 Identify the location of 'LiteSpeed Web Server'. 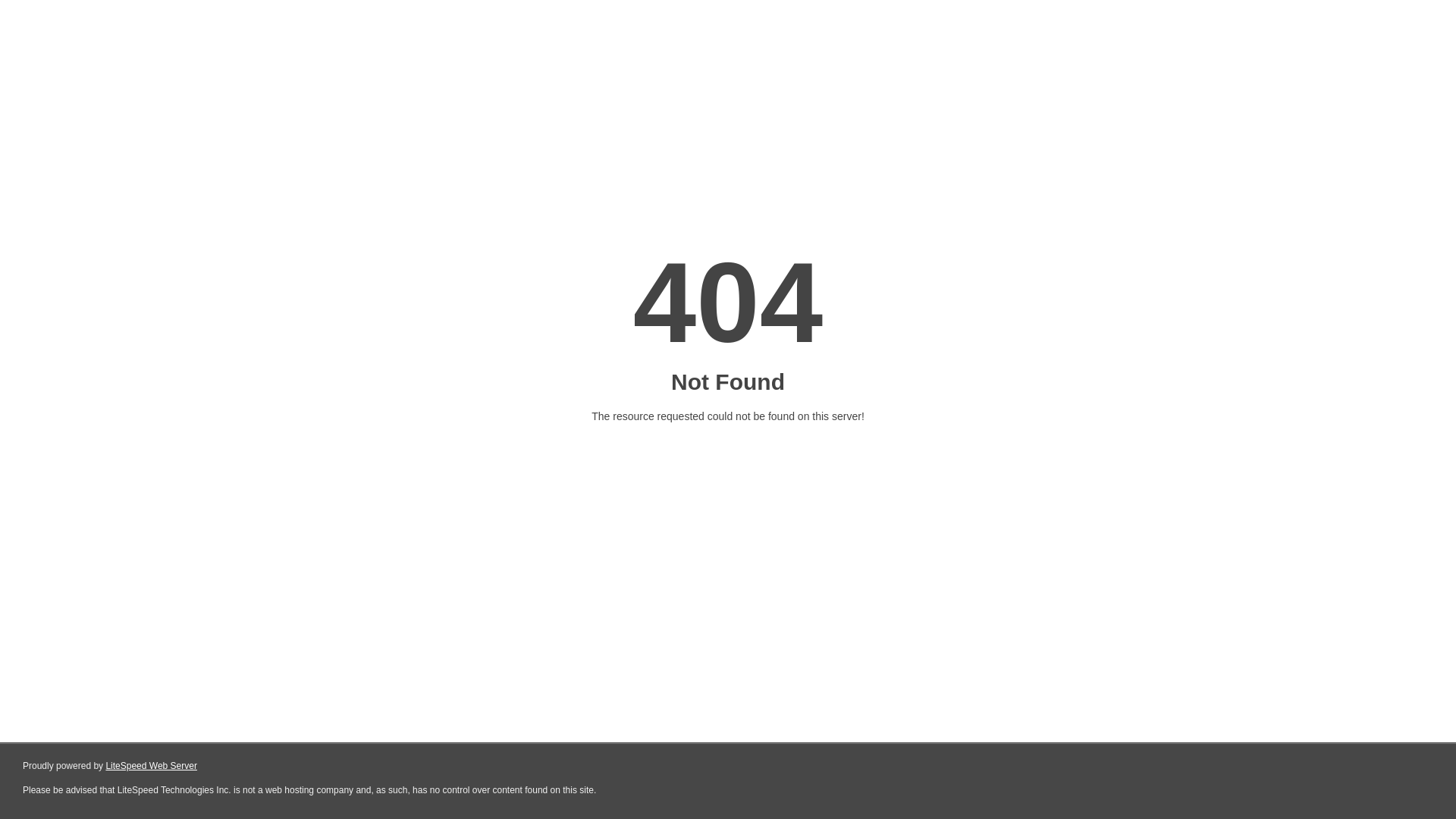
(151, 766).